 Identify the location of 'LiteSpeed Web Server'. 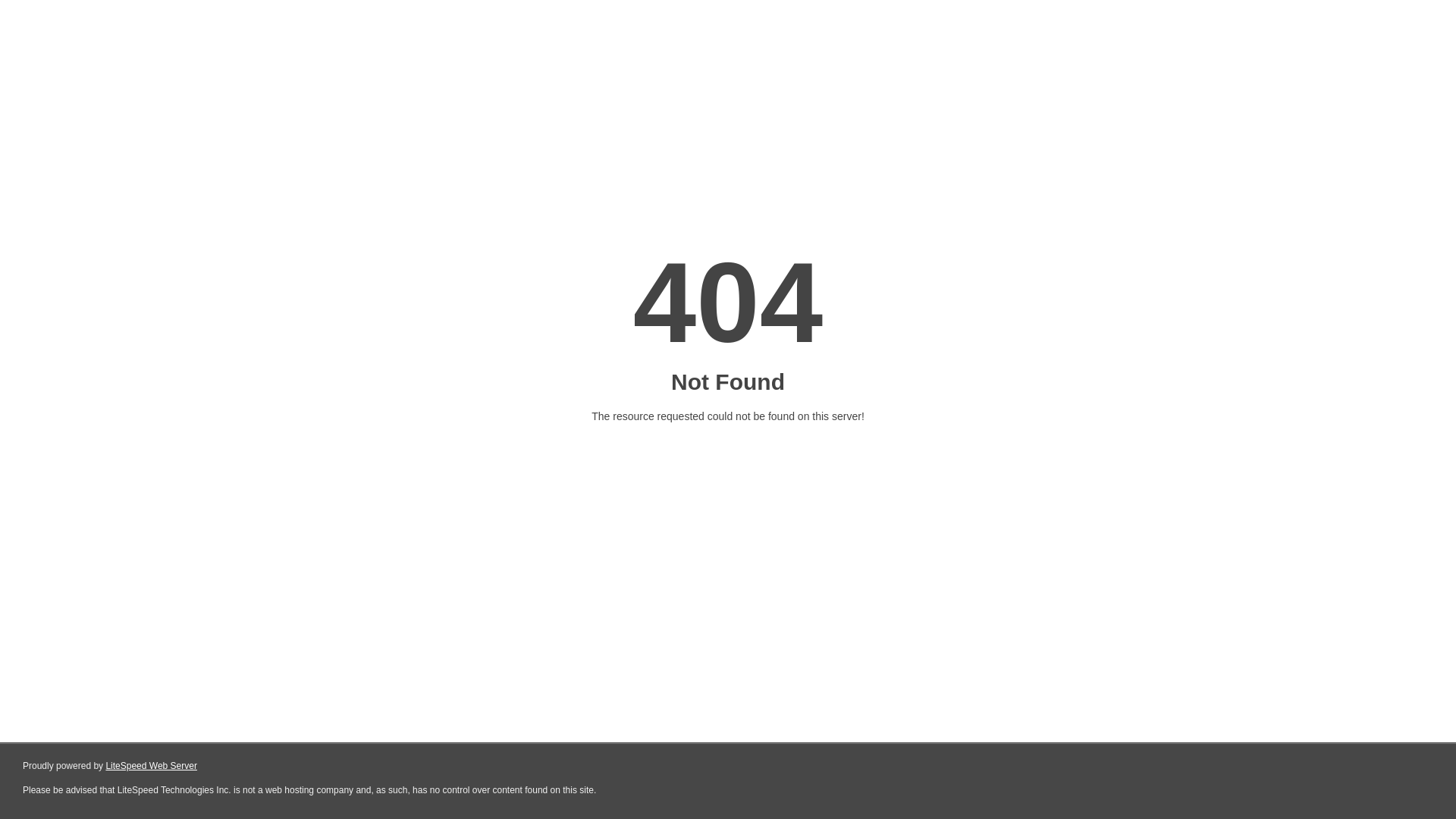
(151, 766).